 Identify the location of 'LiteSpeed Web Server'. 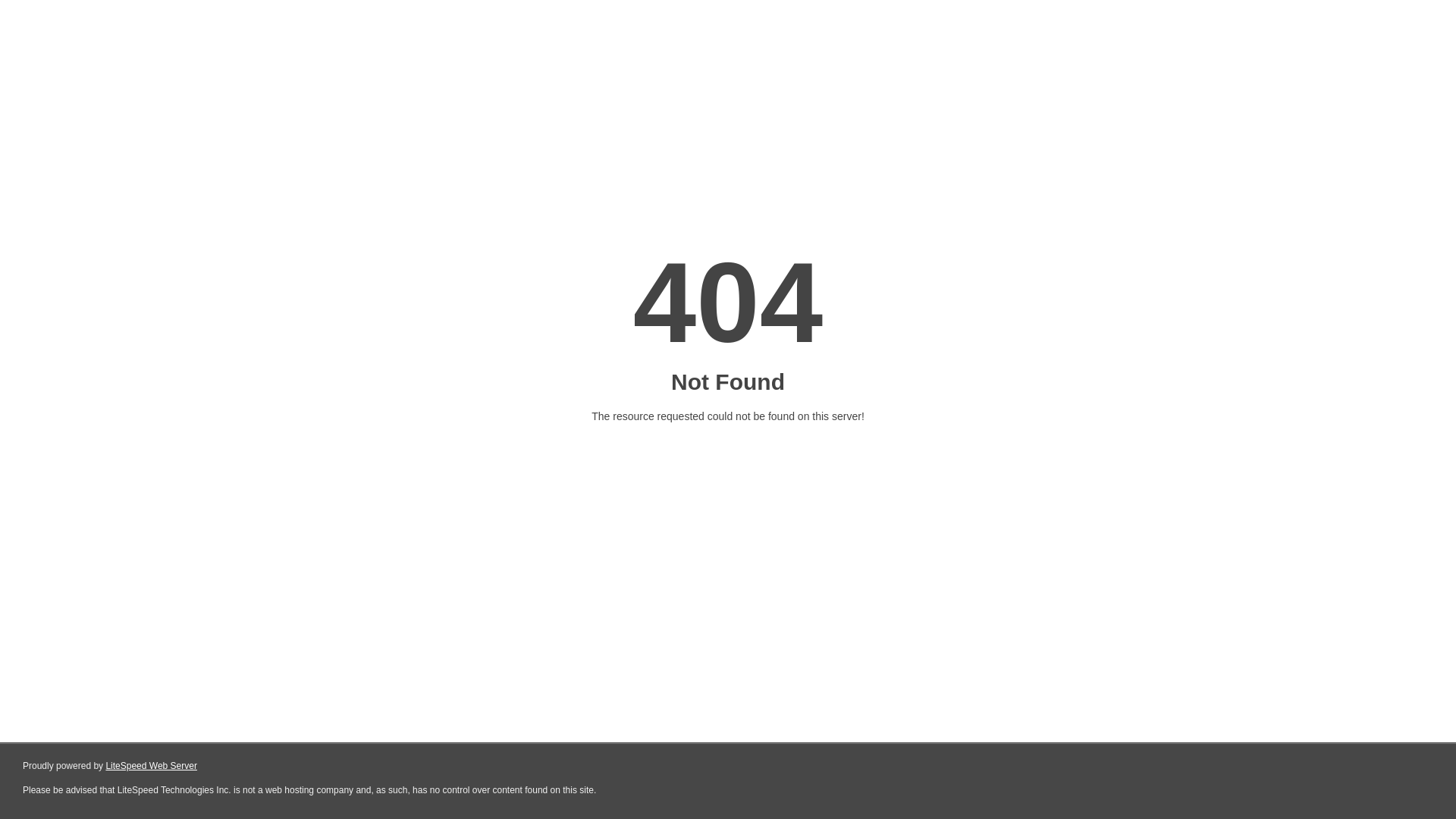
(151, 766).